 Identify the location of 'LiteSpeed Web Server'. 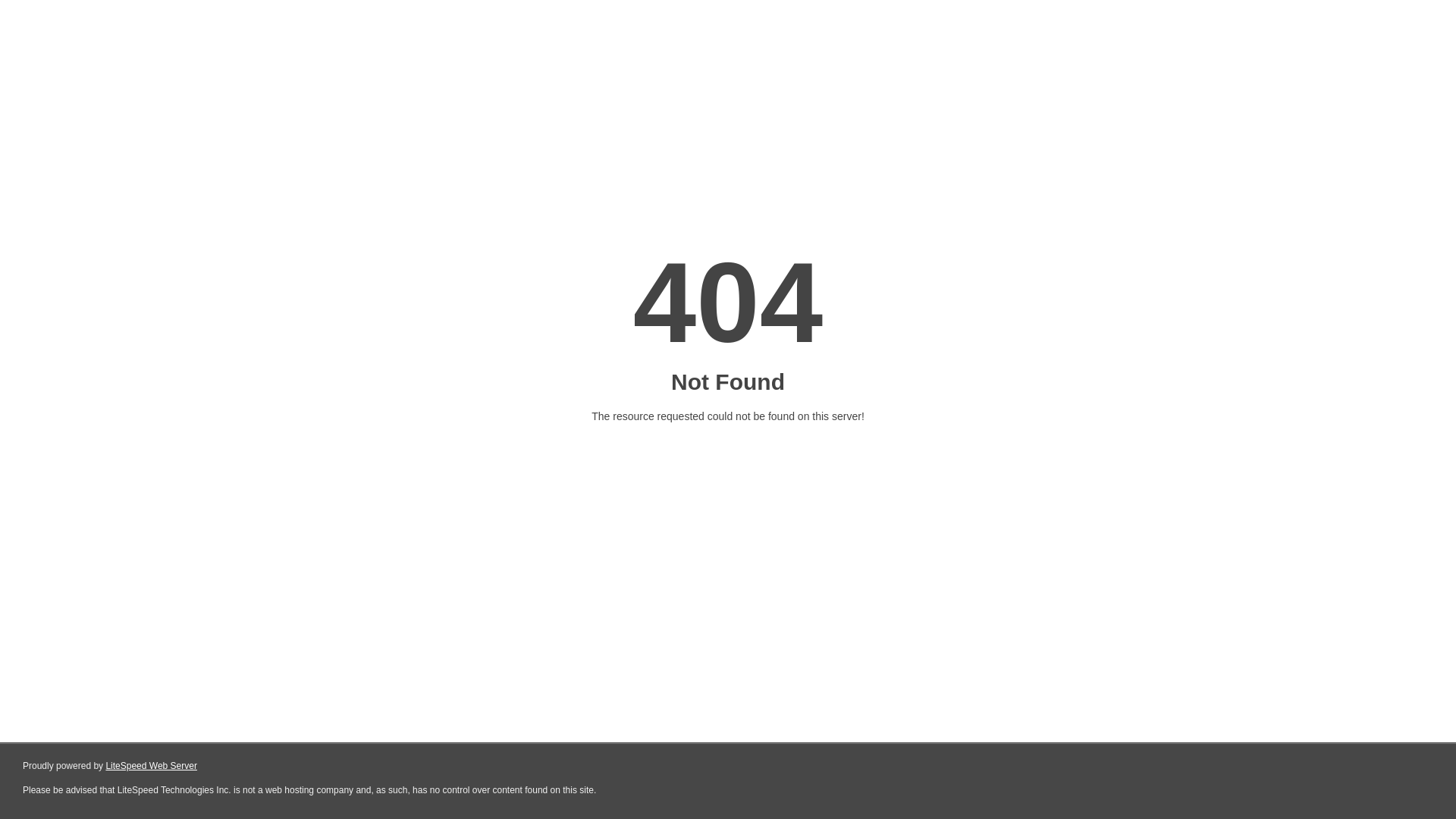
(151, 766).